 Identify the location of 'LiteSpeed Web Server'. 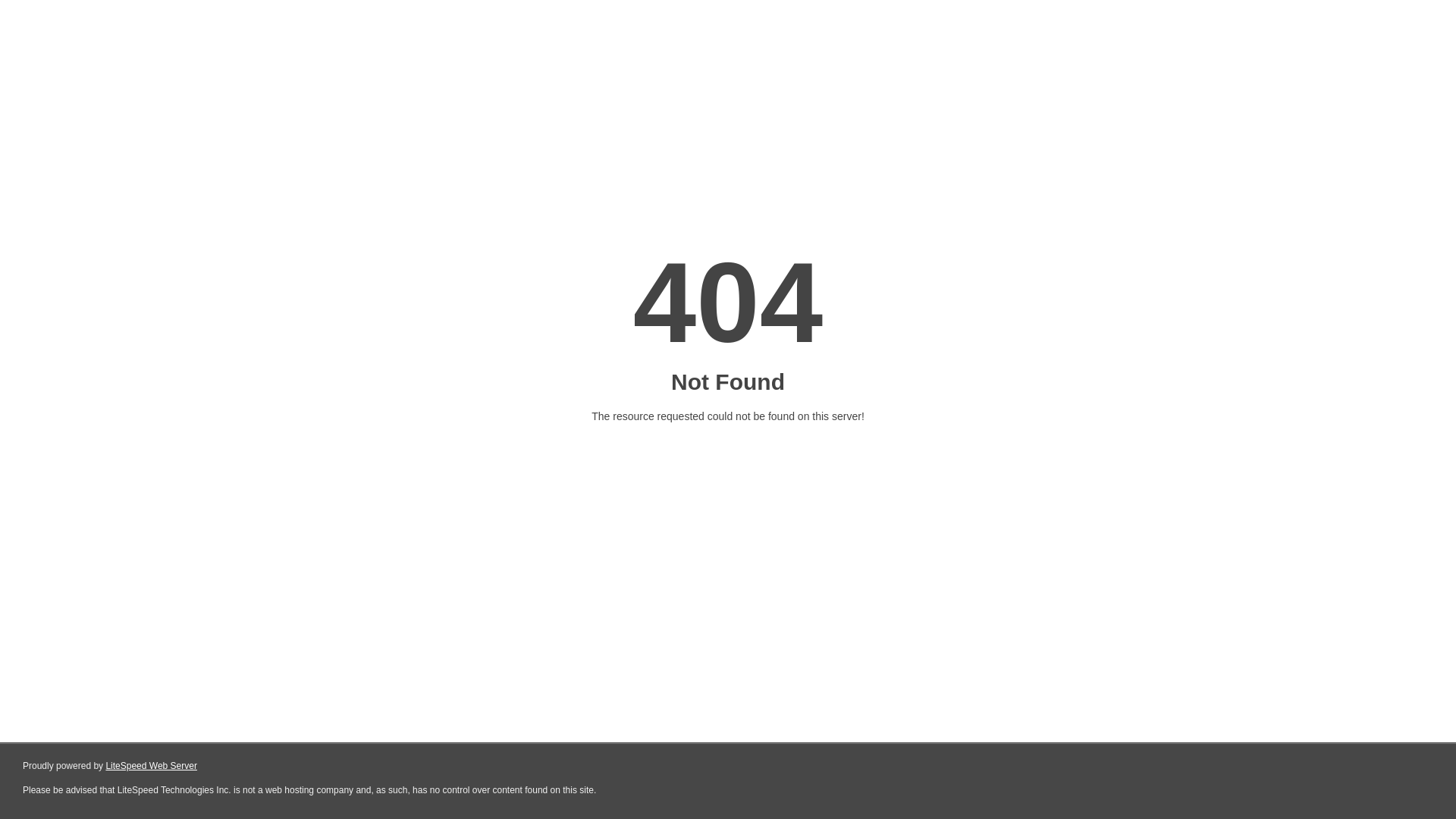
(151, 766).